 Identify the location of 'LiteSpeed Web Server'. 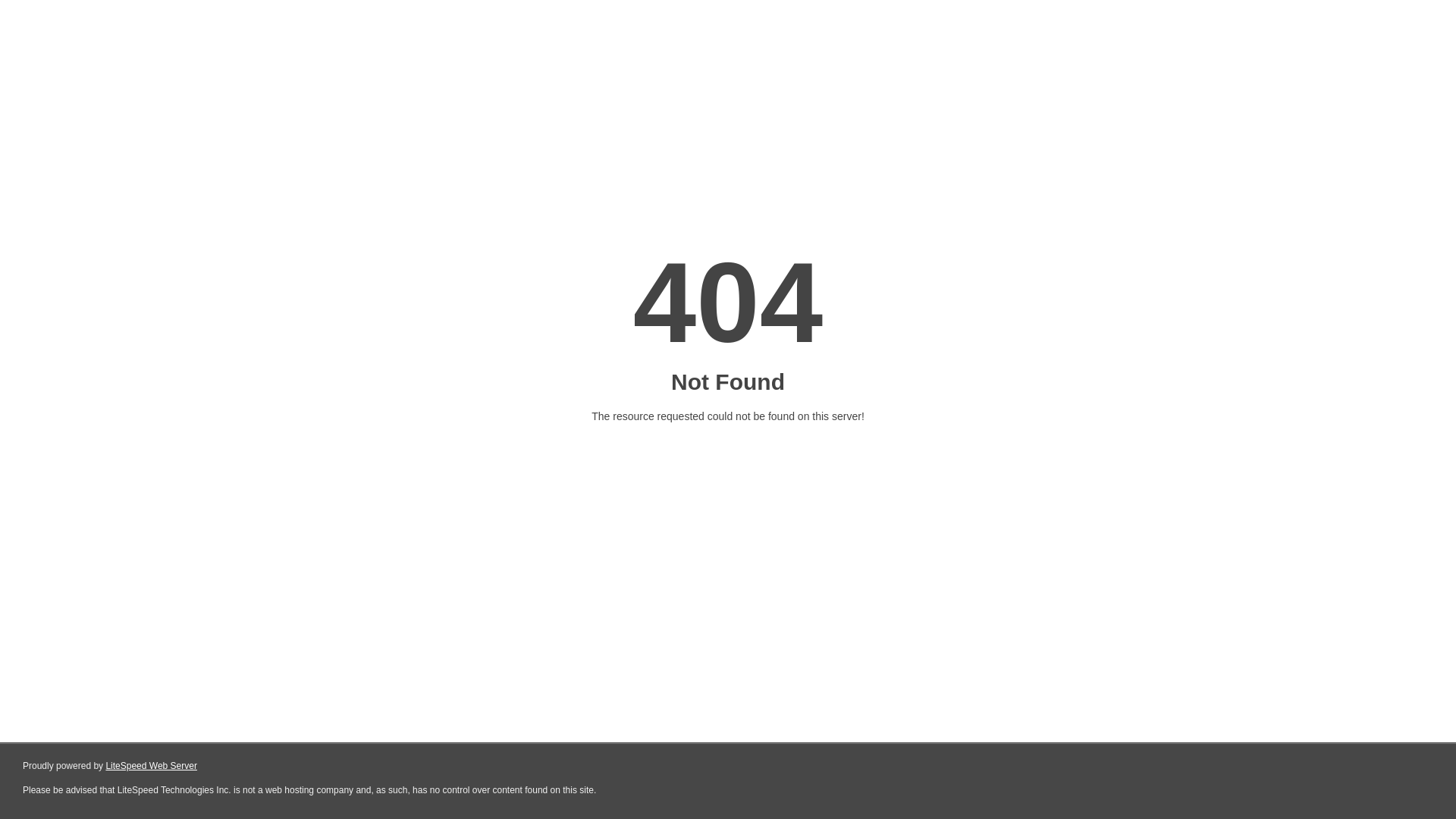
(151, 766).